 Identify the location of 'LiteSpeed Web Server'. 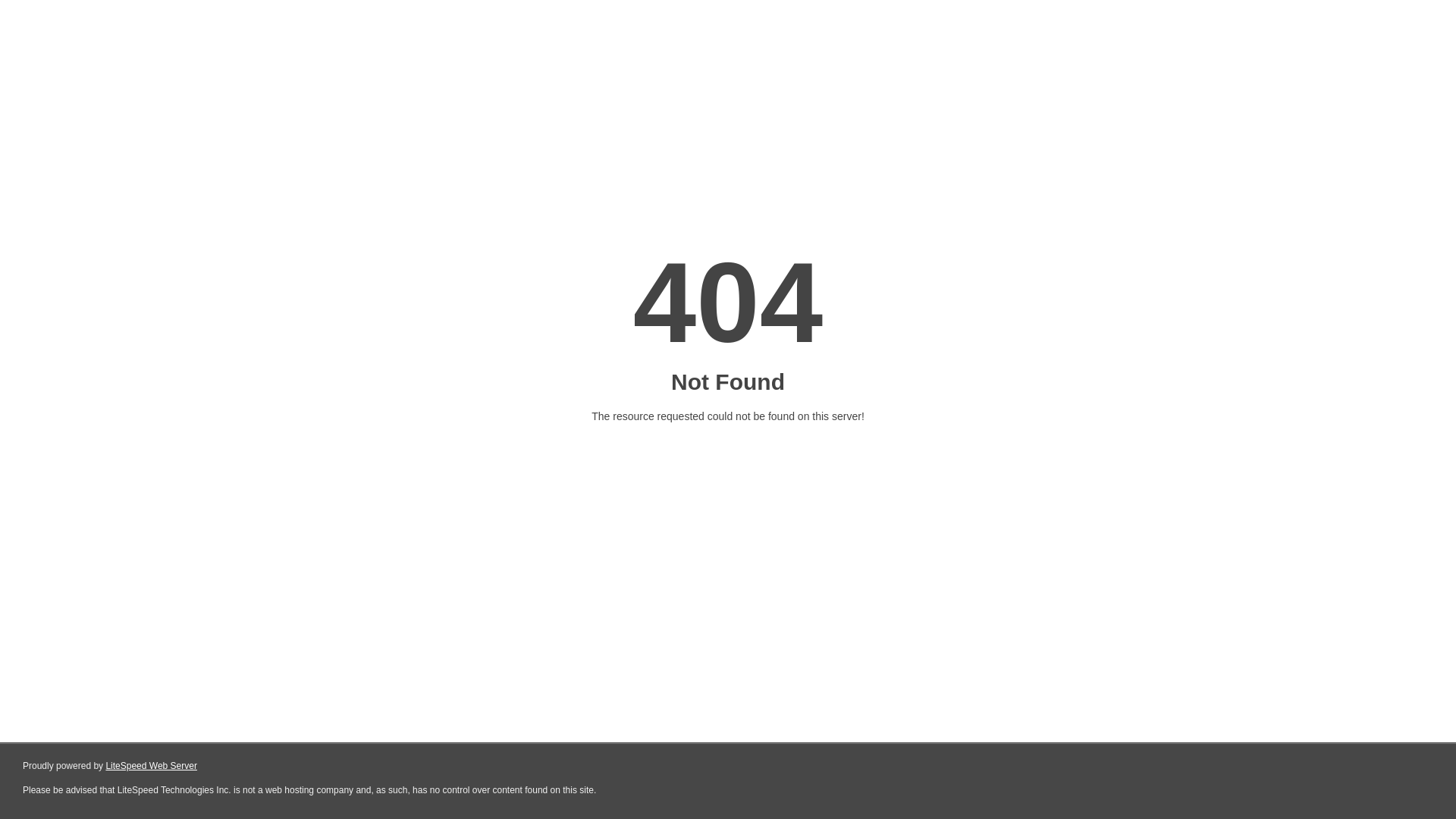
(151, 766).